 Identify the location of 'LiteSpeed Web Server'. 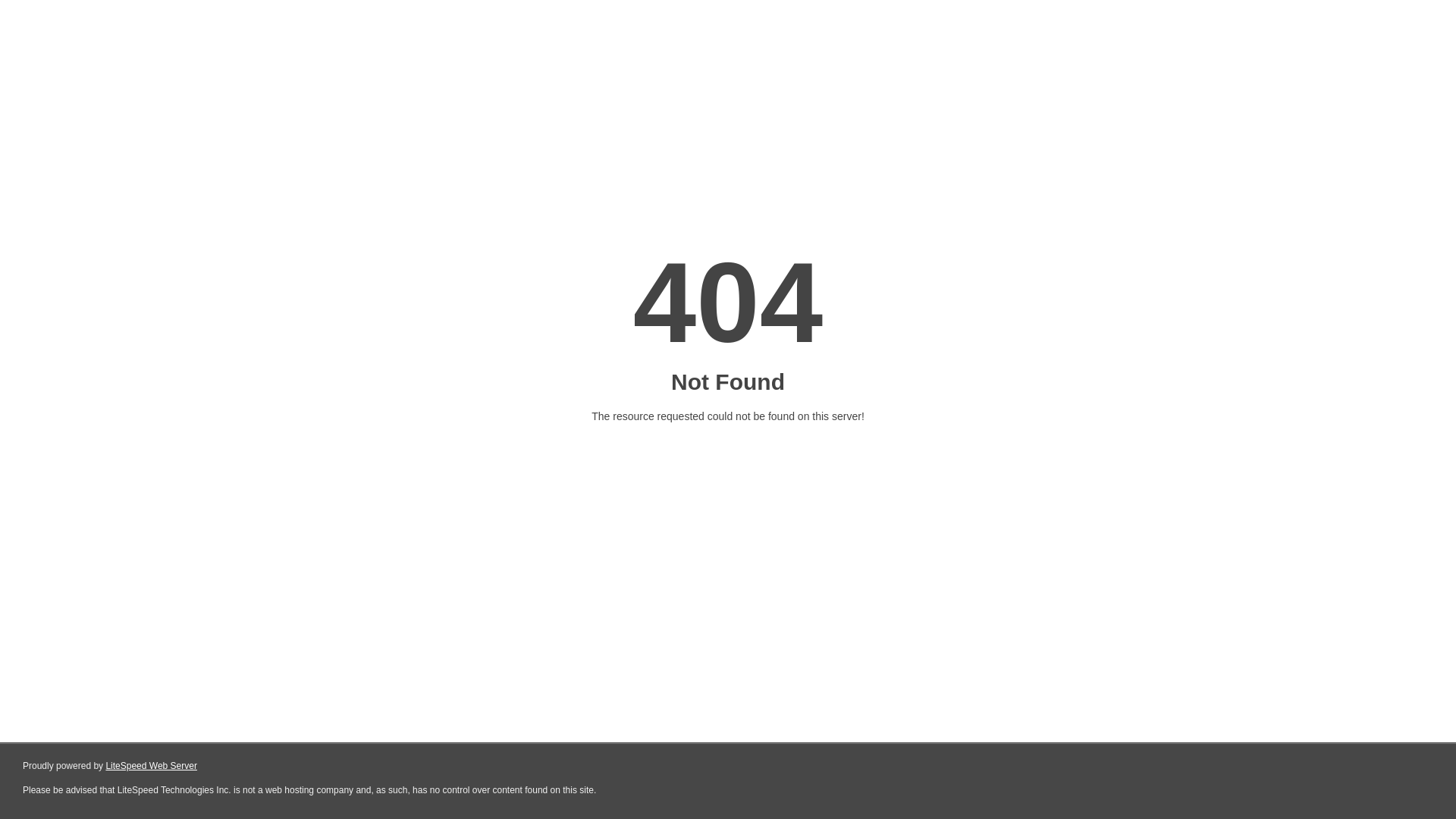
(151, 766).